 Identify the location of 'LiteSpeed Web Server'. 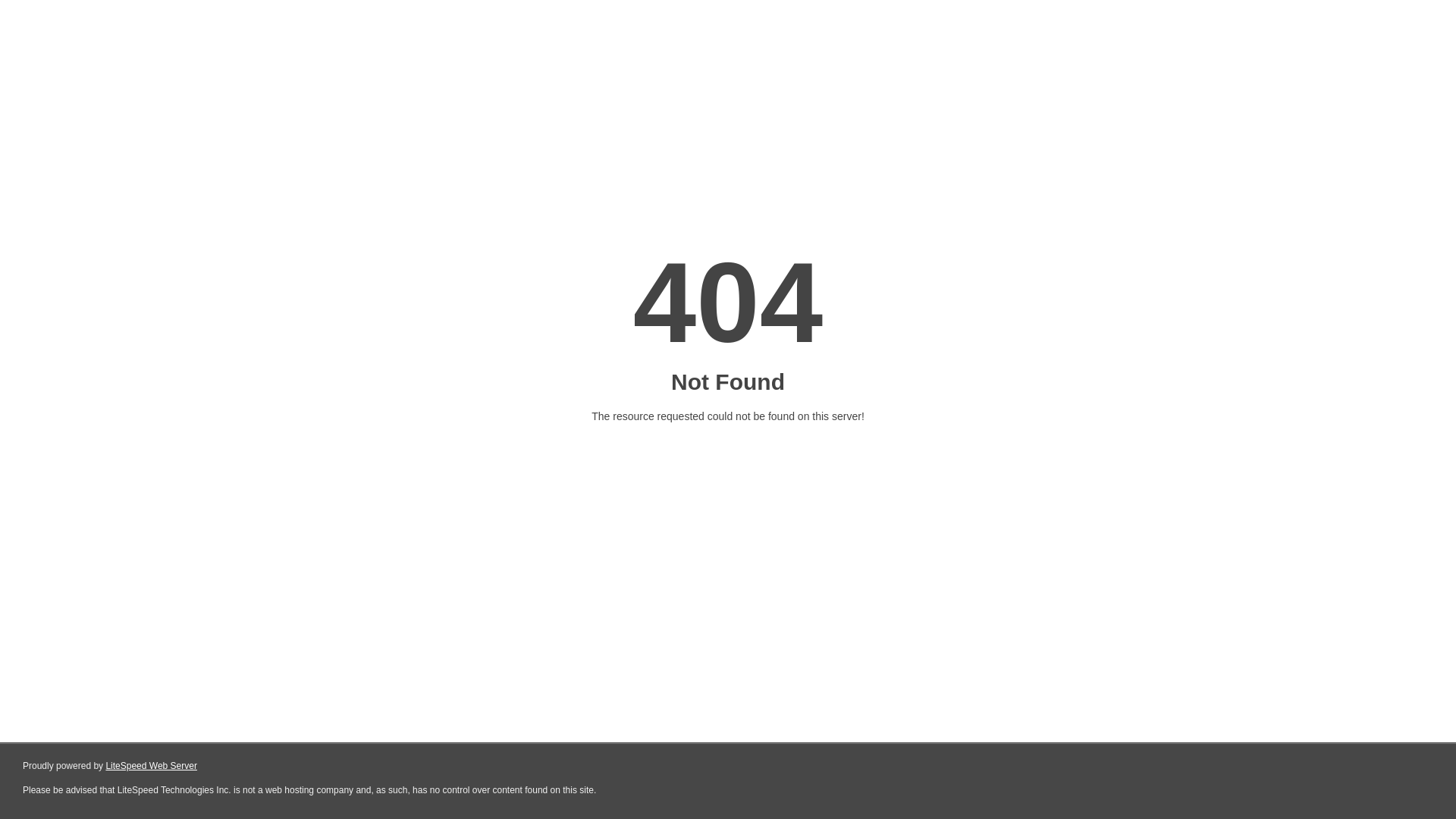
(151, 766).